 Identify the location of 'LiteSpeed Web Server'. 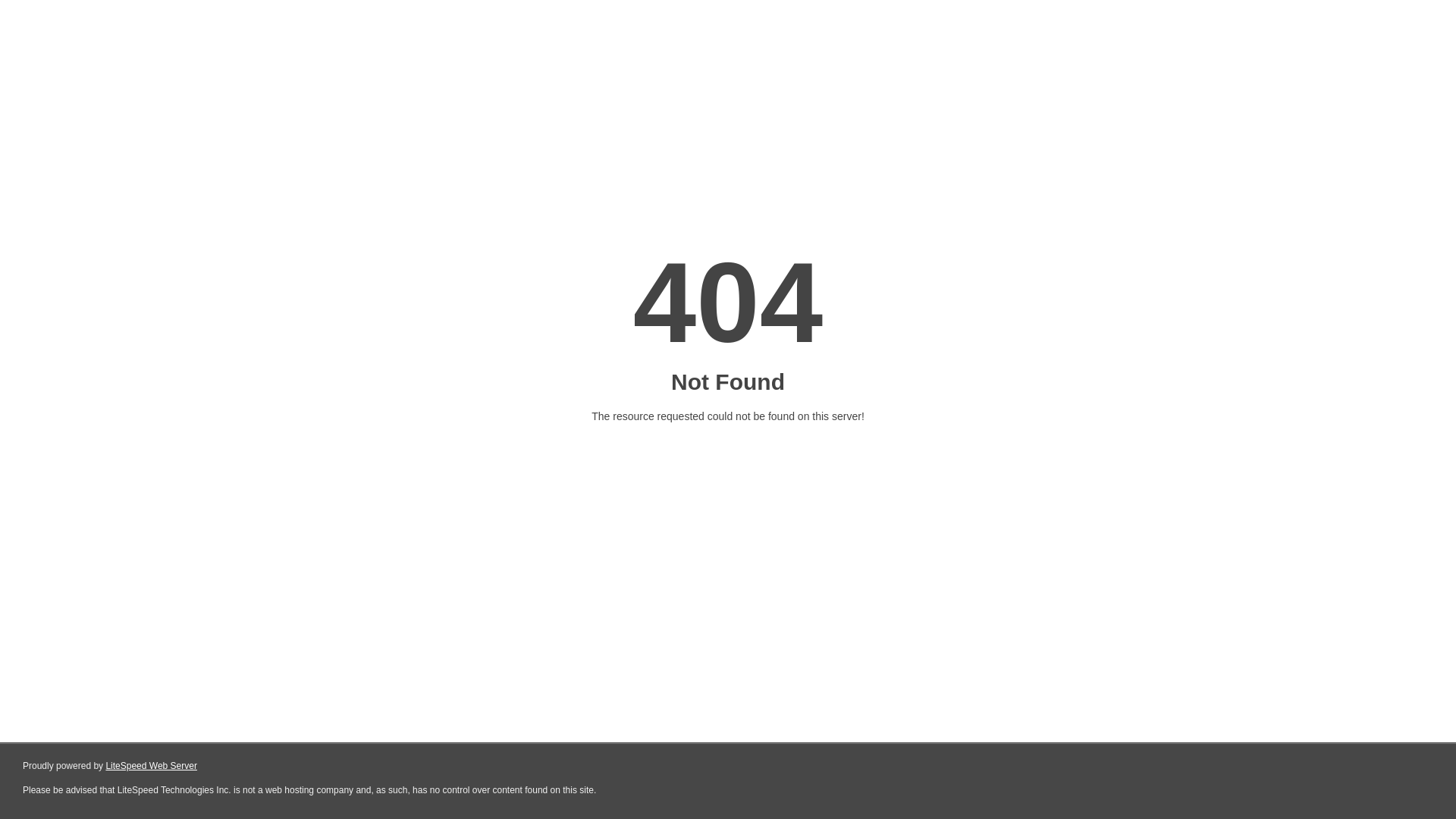
(151, 766).